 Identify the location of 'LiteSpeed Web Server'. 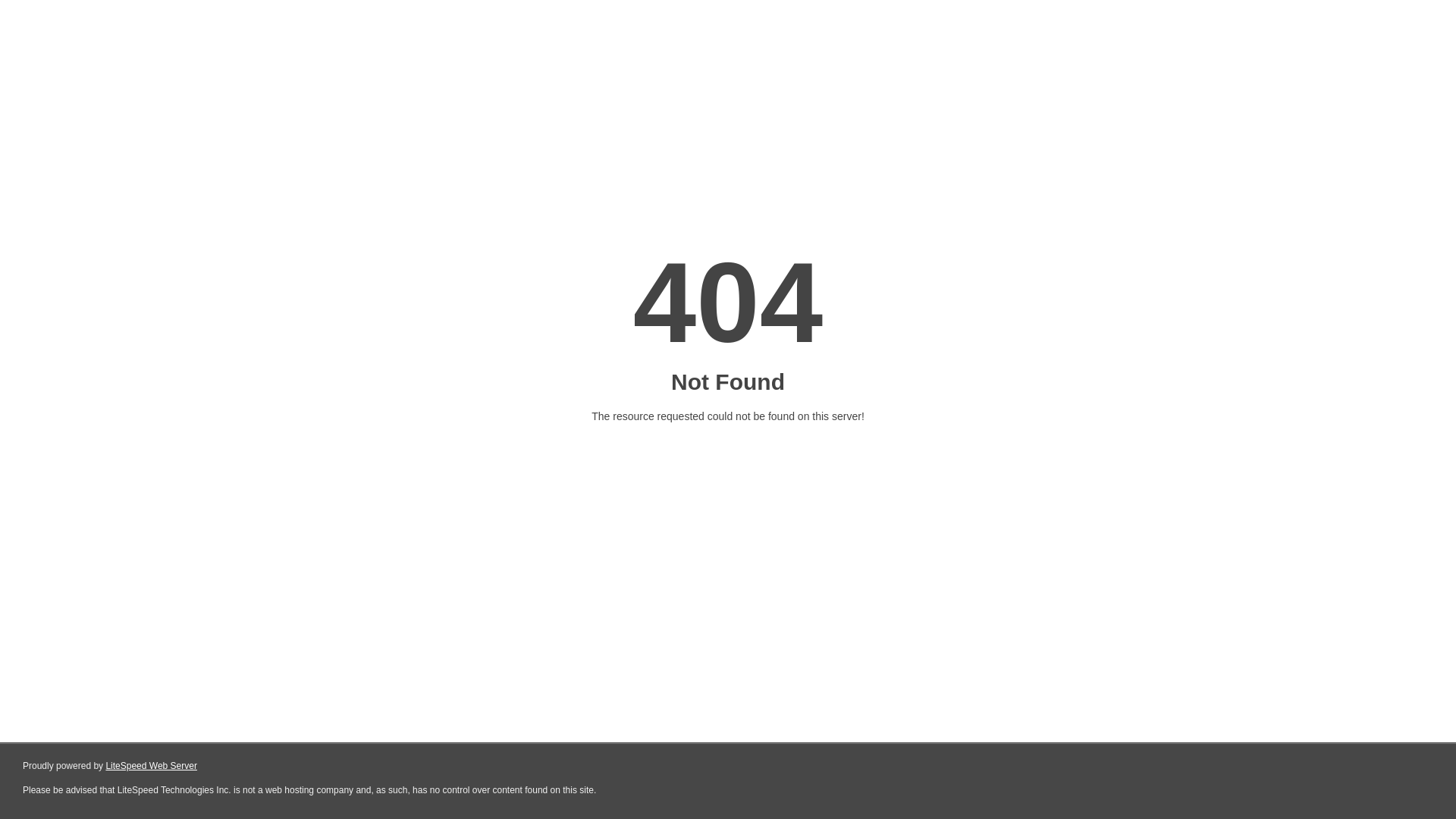
(151, 766).